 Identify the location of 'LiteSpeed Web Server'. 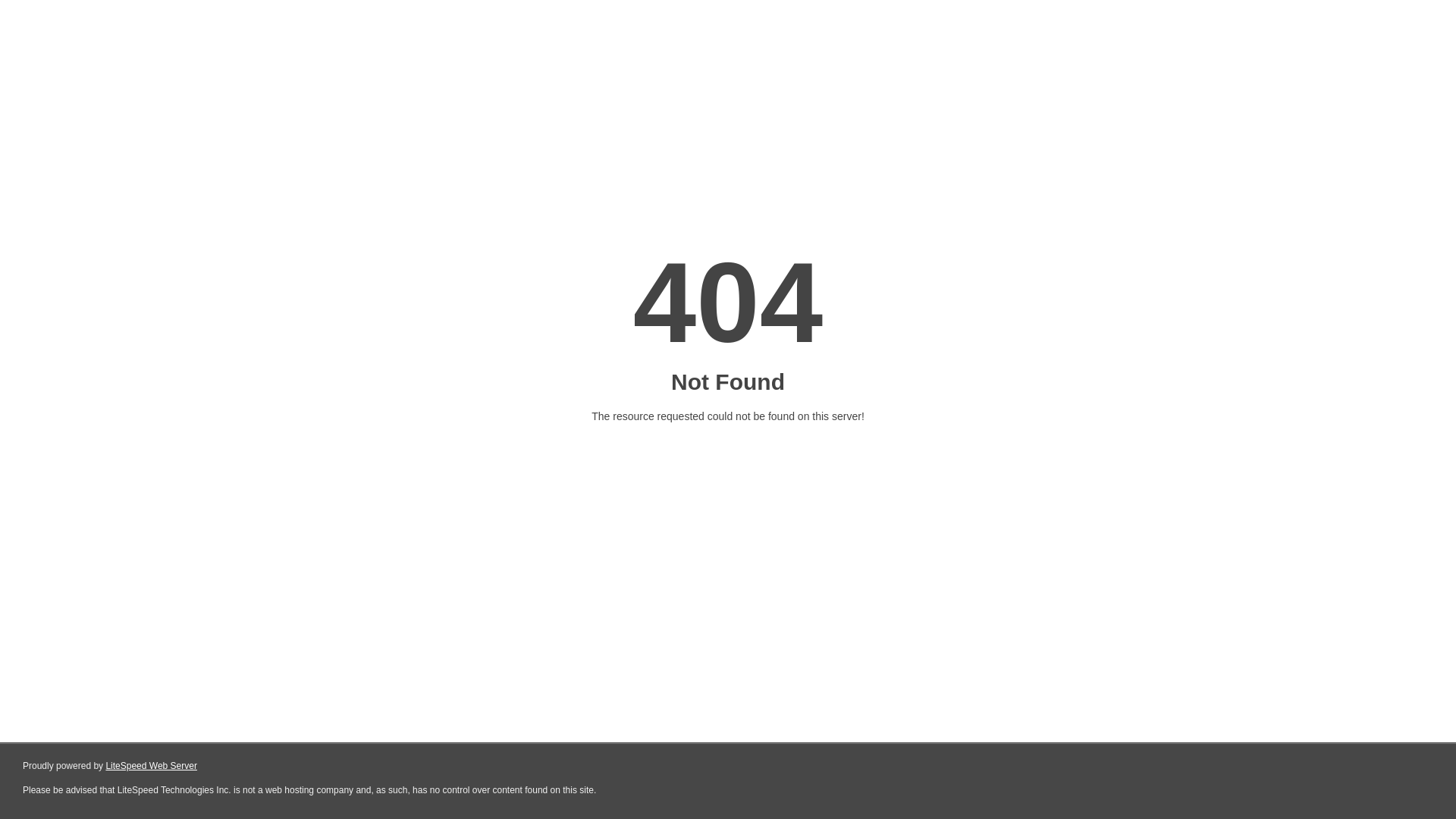
(151, 766).